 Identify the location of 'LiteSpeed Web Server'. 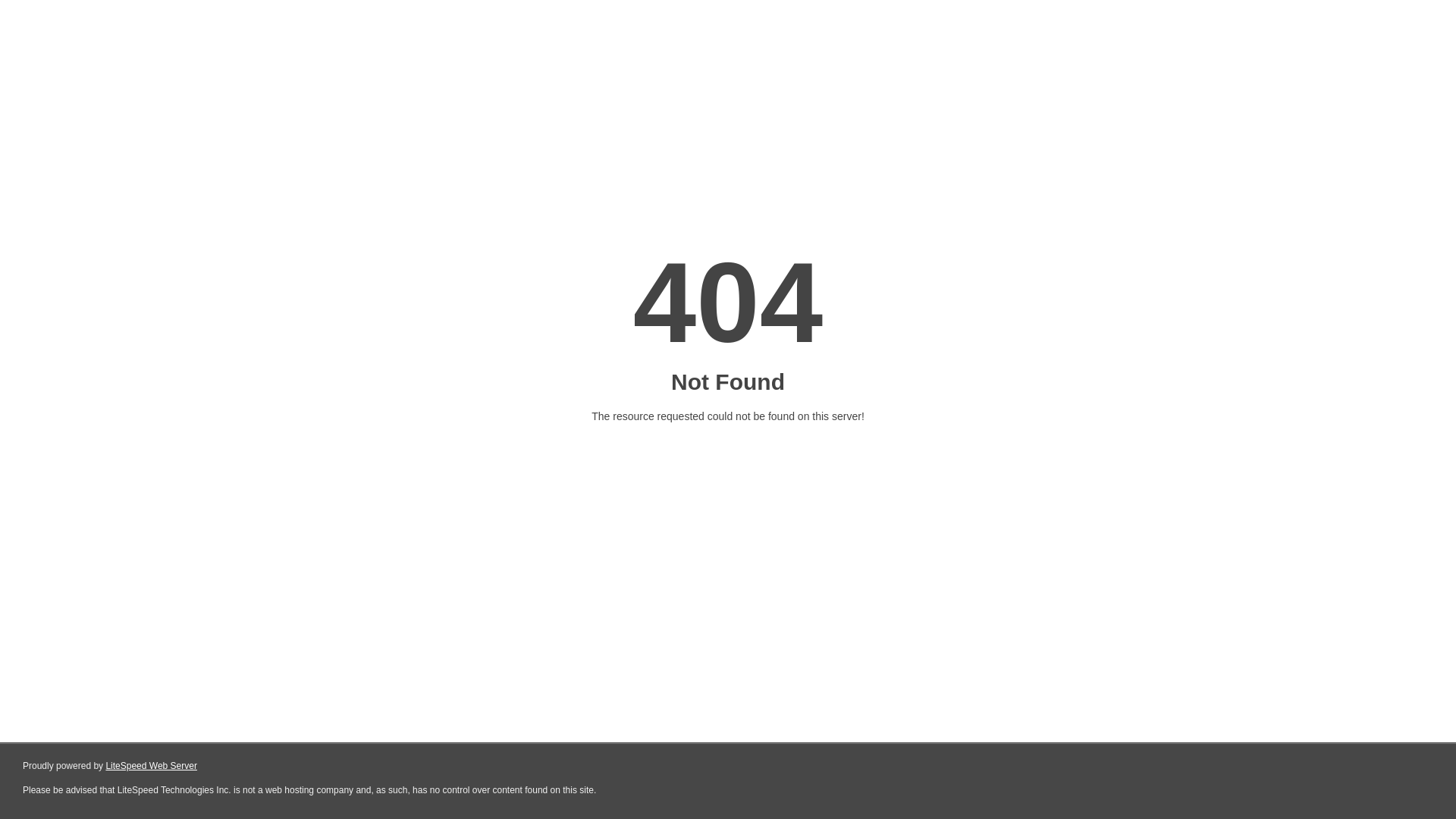
(151, 766).